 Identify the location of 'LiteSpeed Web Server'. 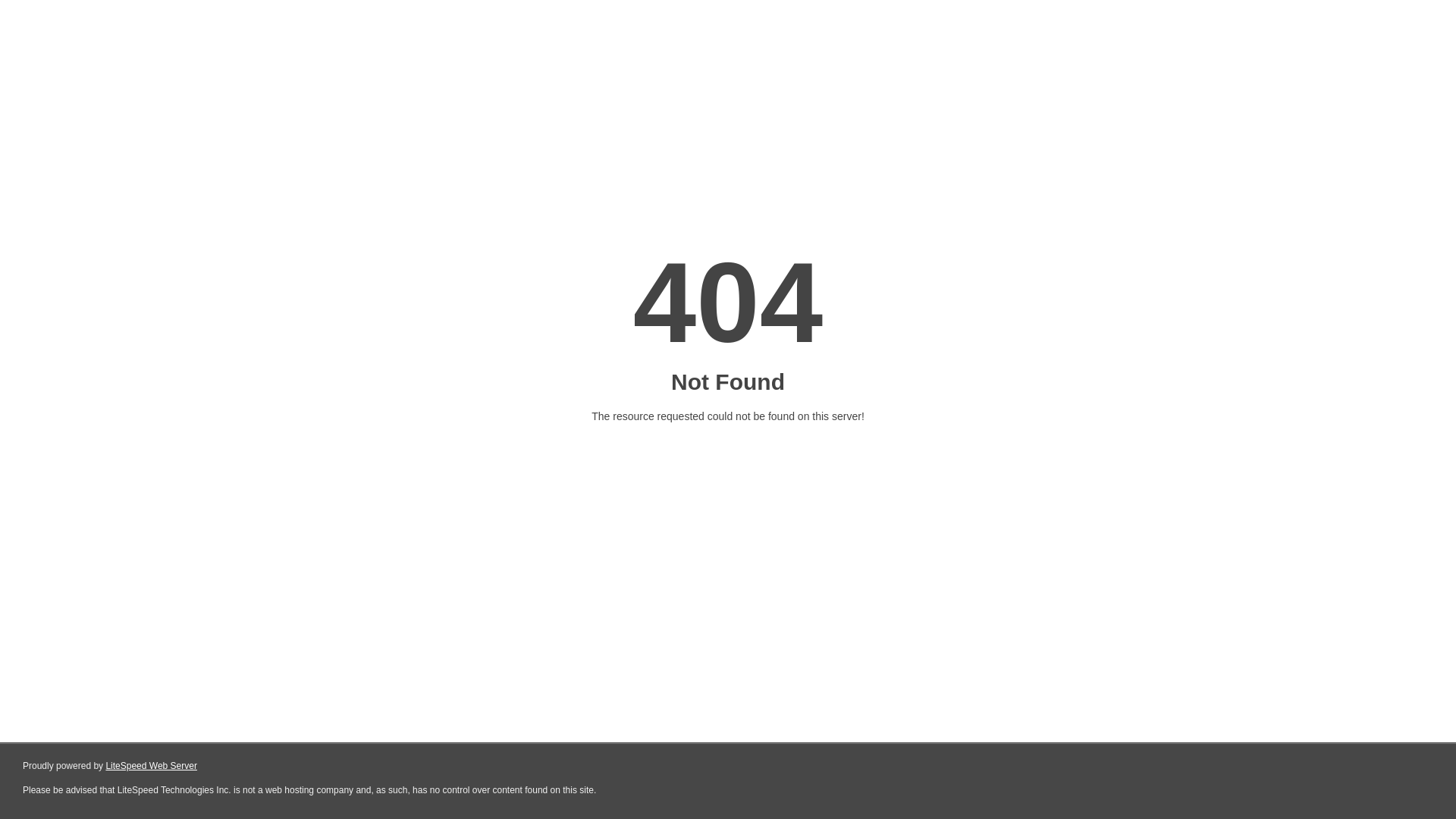
(151, 766).